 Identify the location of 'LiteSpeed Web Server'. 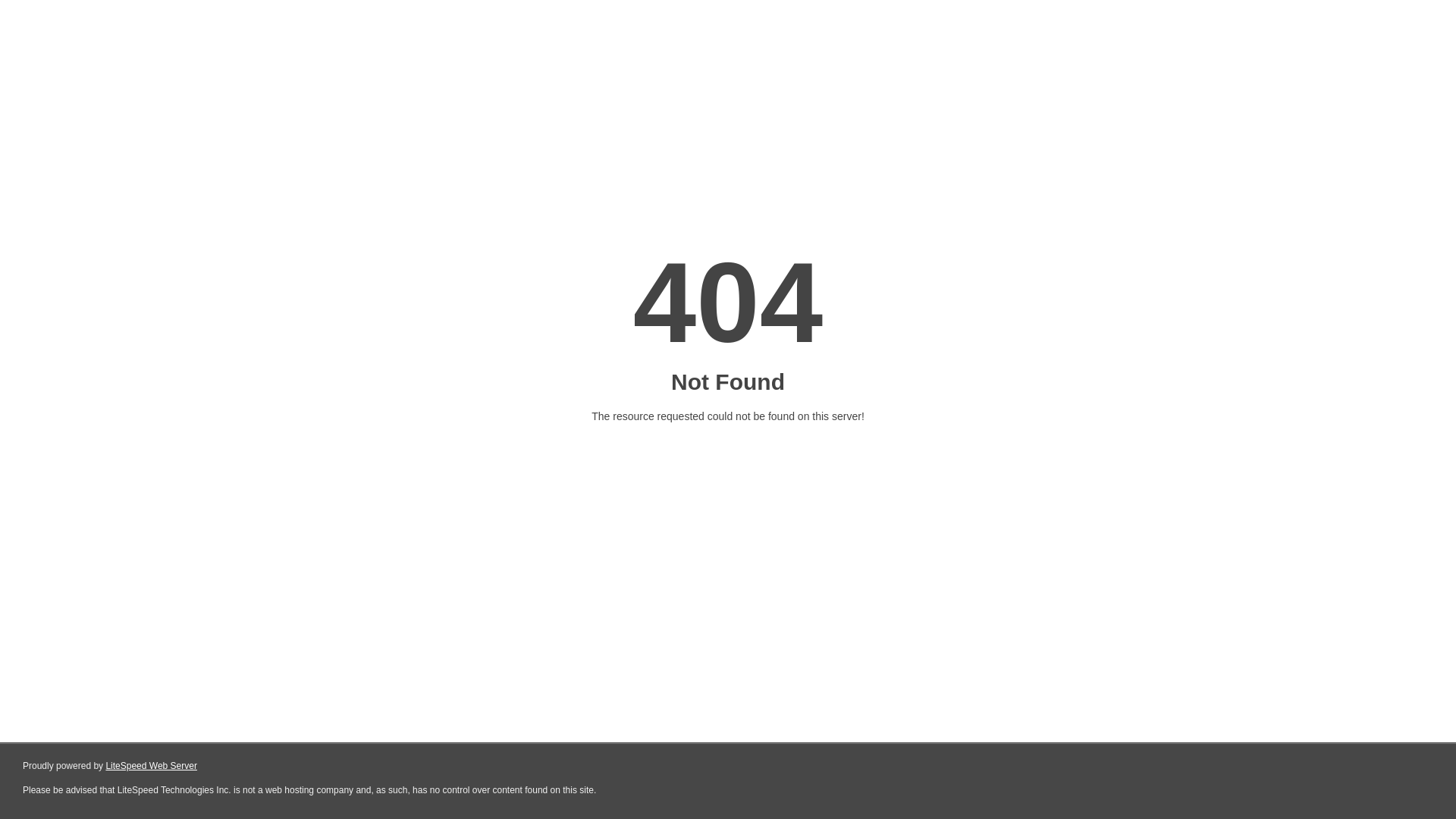
(151, 766).